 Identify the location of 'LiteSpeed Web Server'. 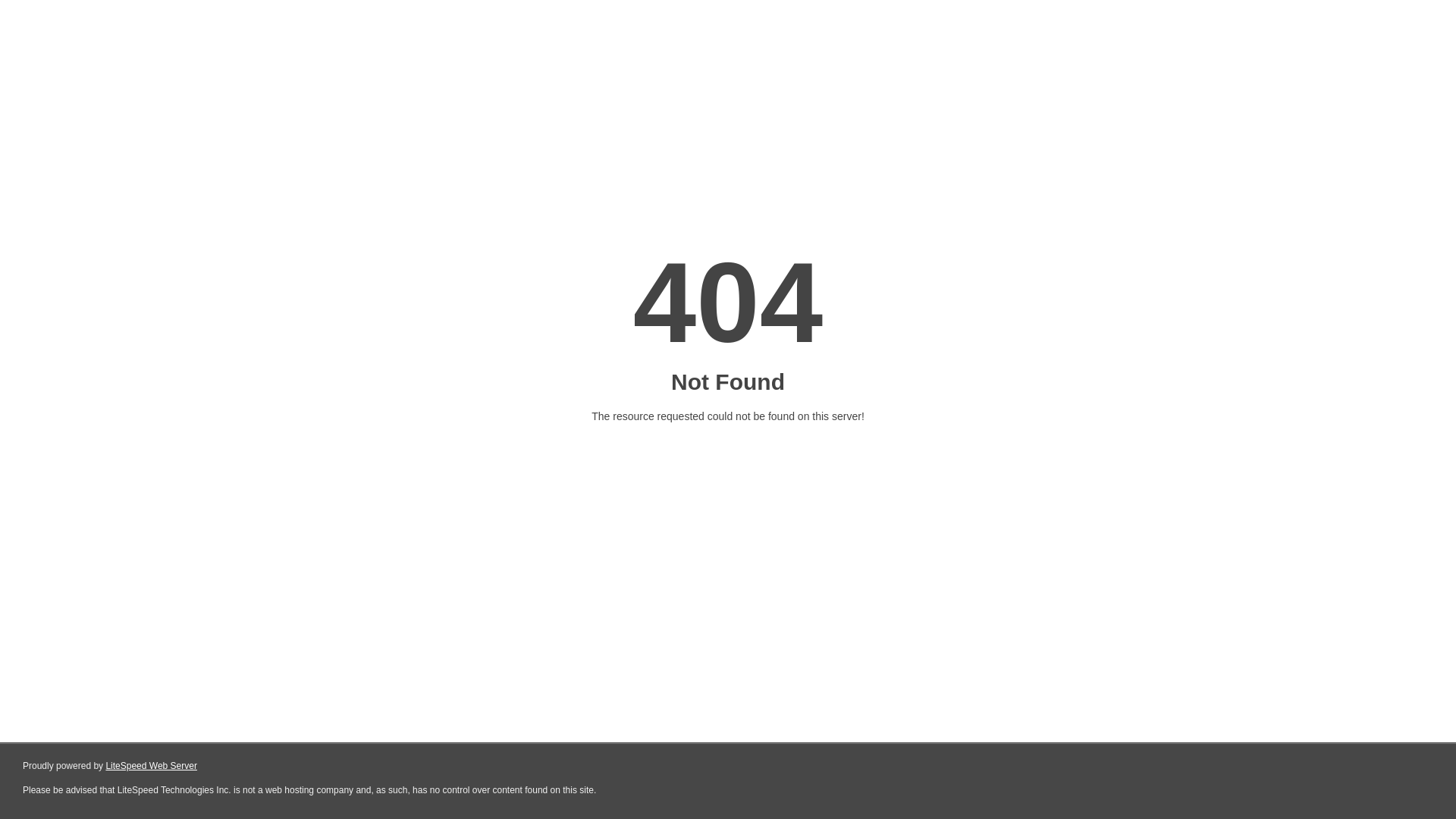
(151, 766).